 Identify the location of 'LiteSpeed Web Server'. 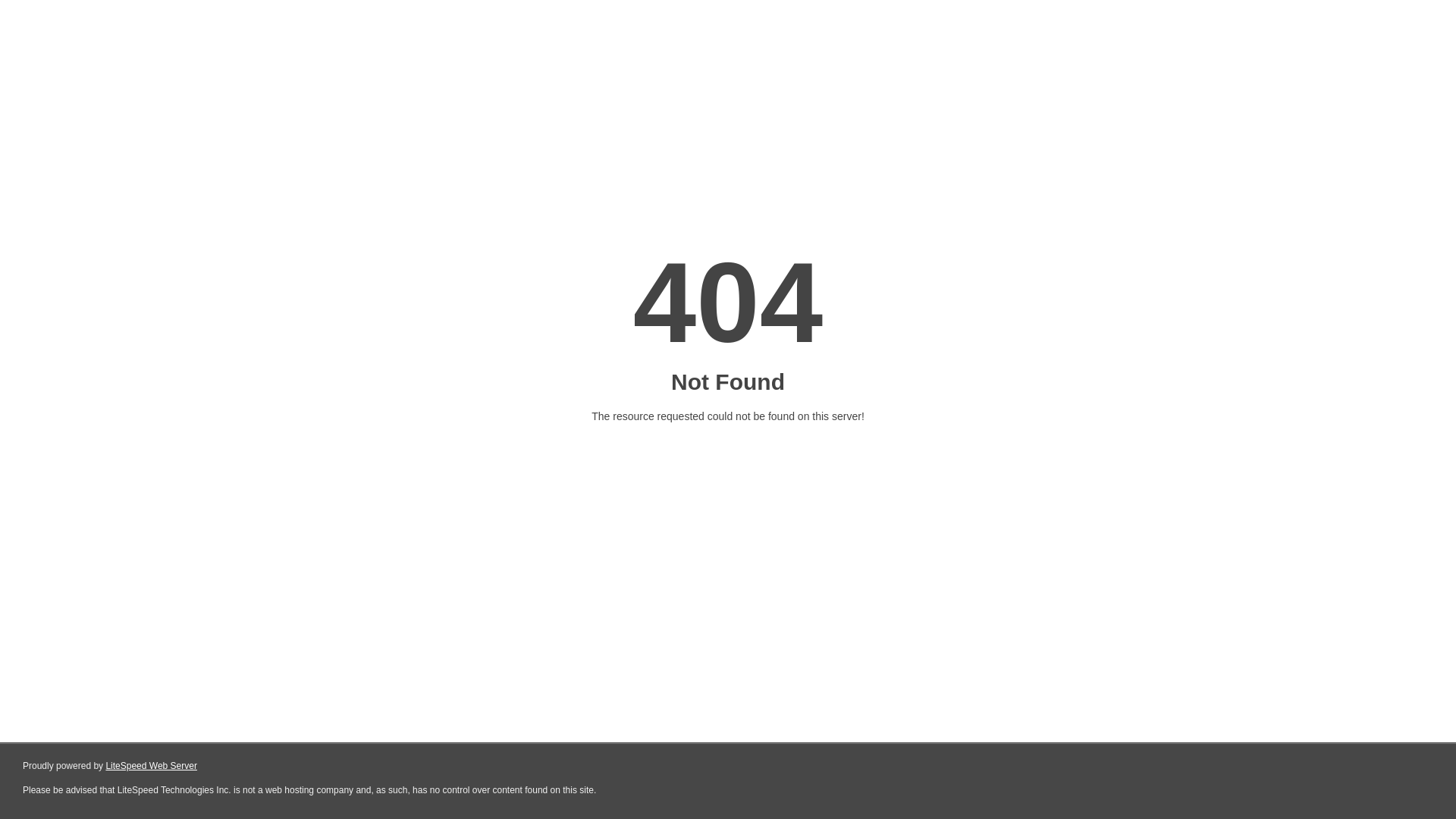
(151, 766).